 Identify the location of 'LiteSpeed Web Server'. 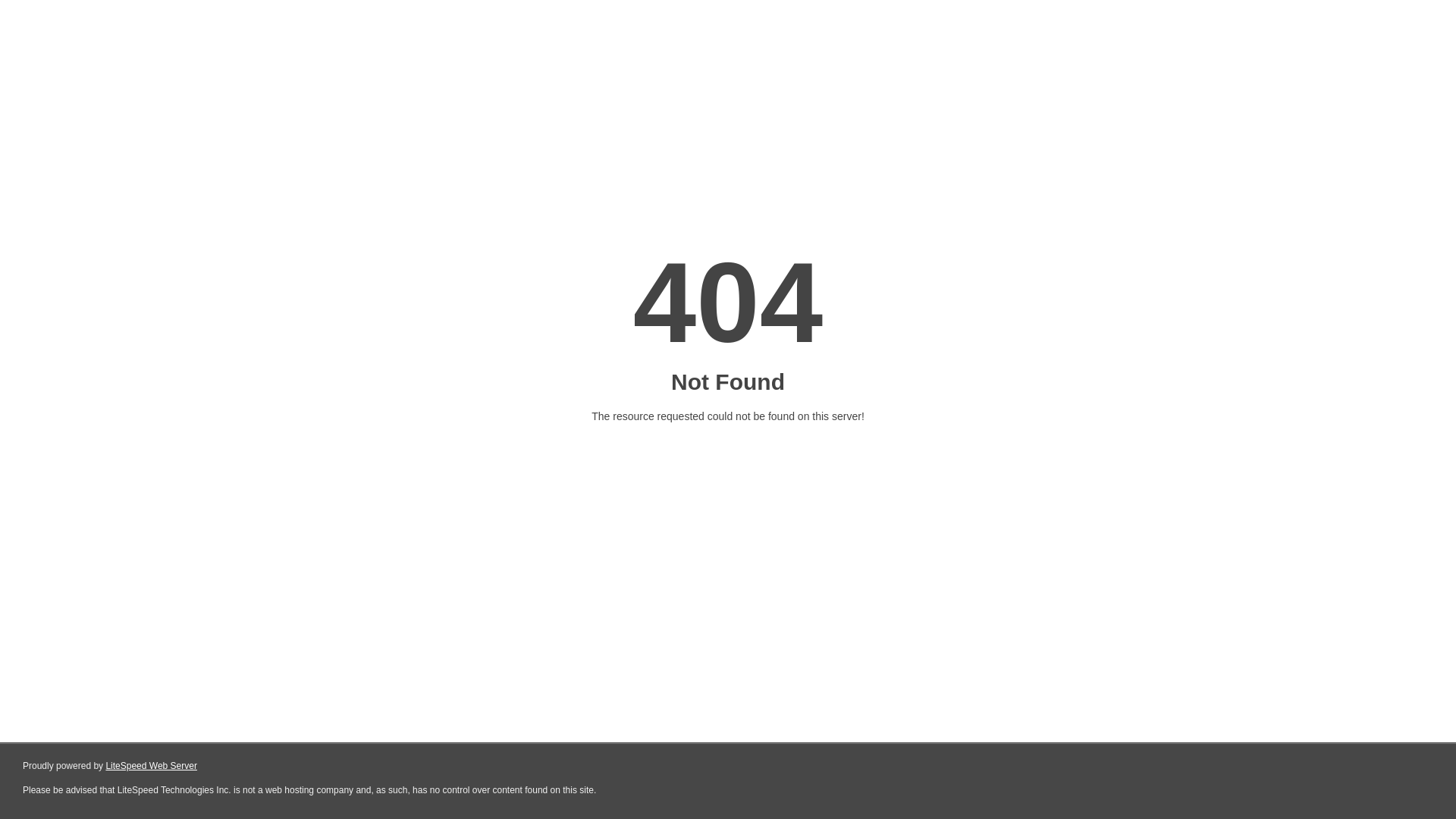
(151, 766).